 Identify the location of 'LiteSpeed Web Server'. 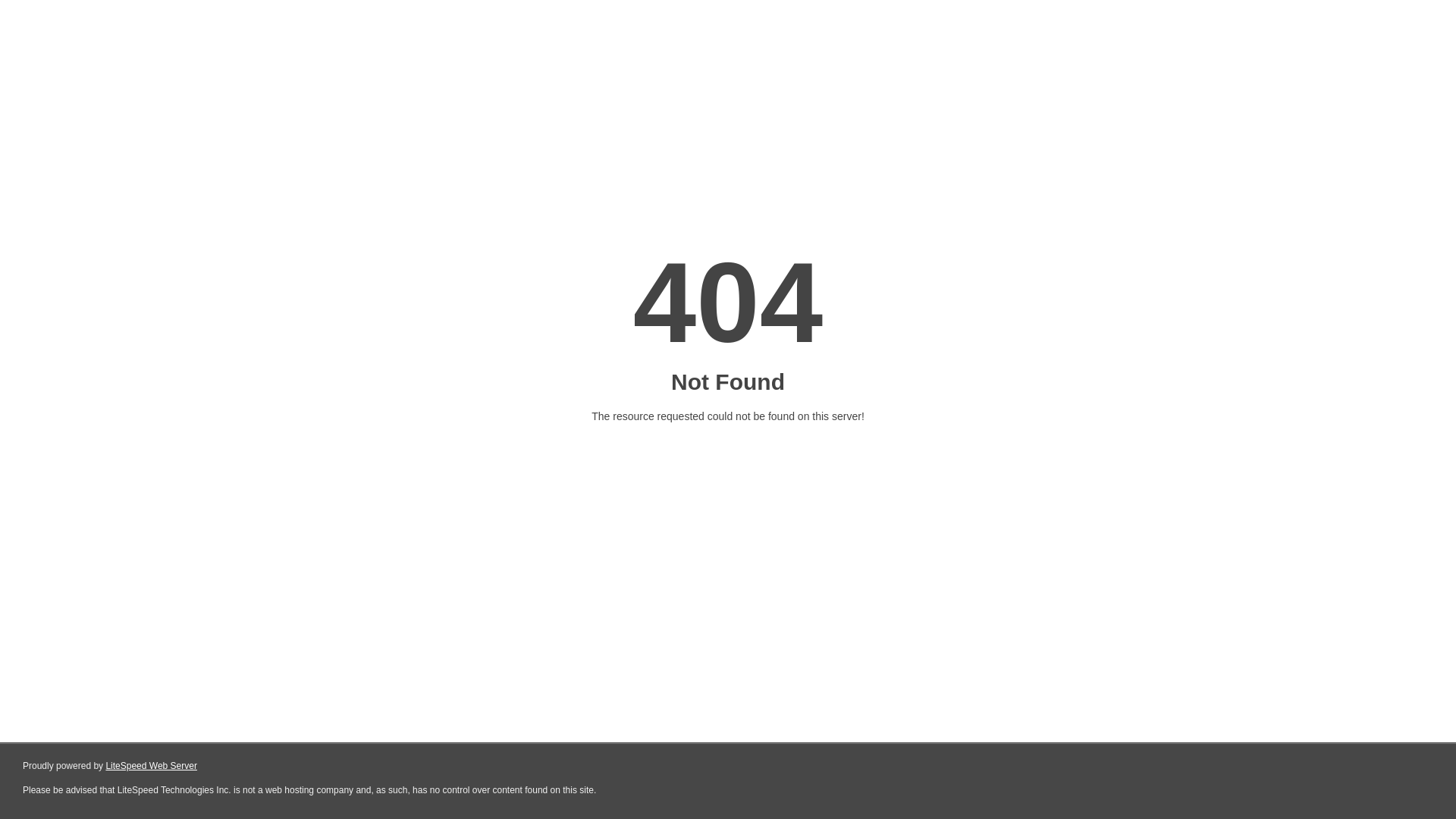
(151, 766).